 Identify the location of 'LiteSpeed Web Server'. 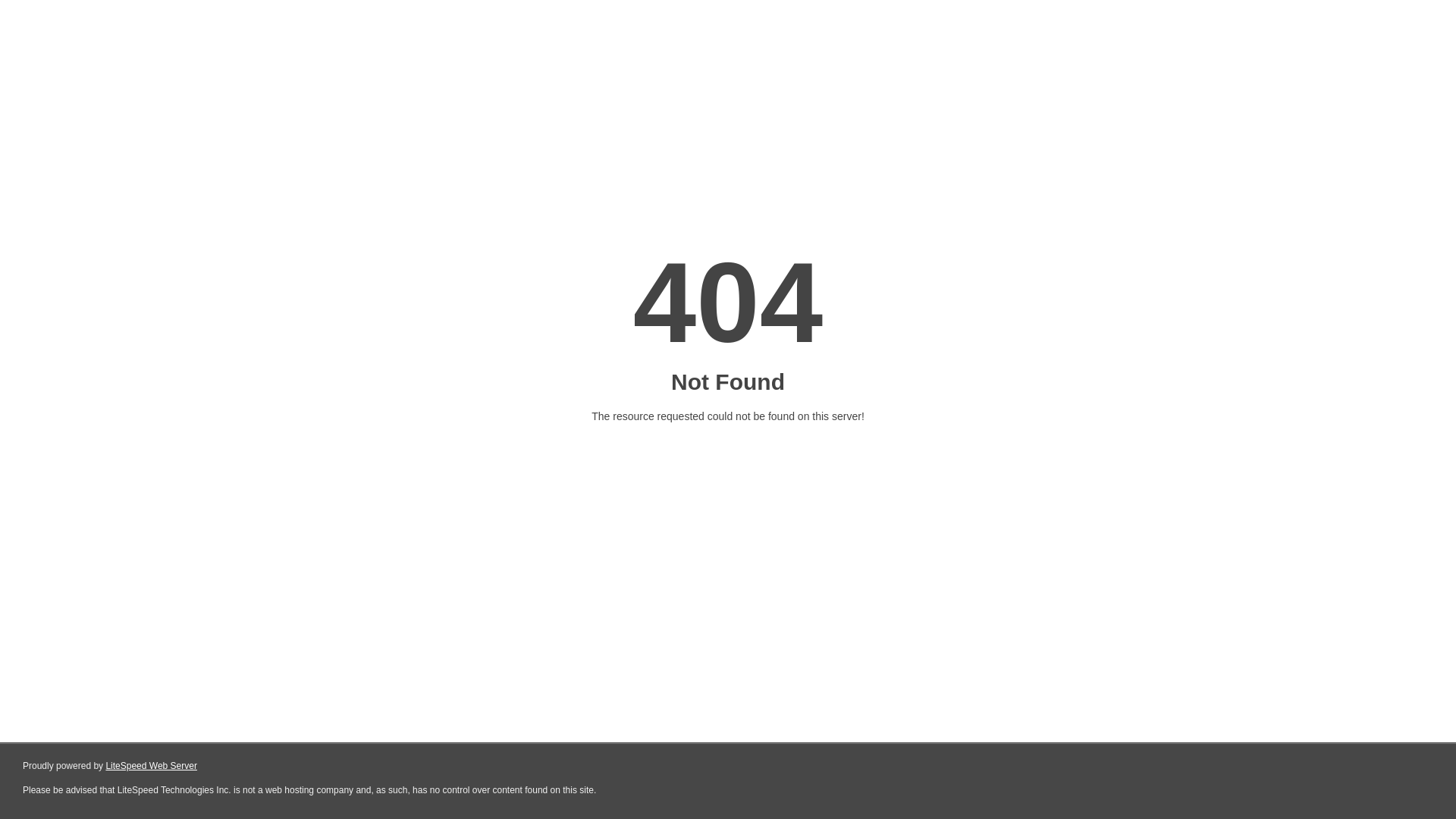
(151, 766).